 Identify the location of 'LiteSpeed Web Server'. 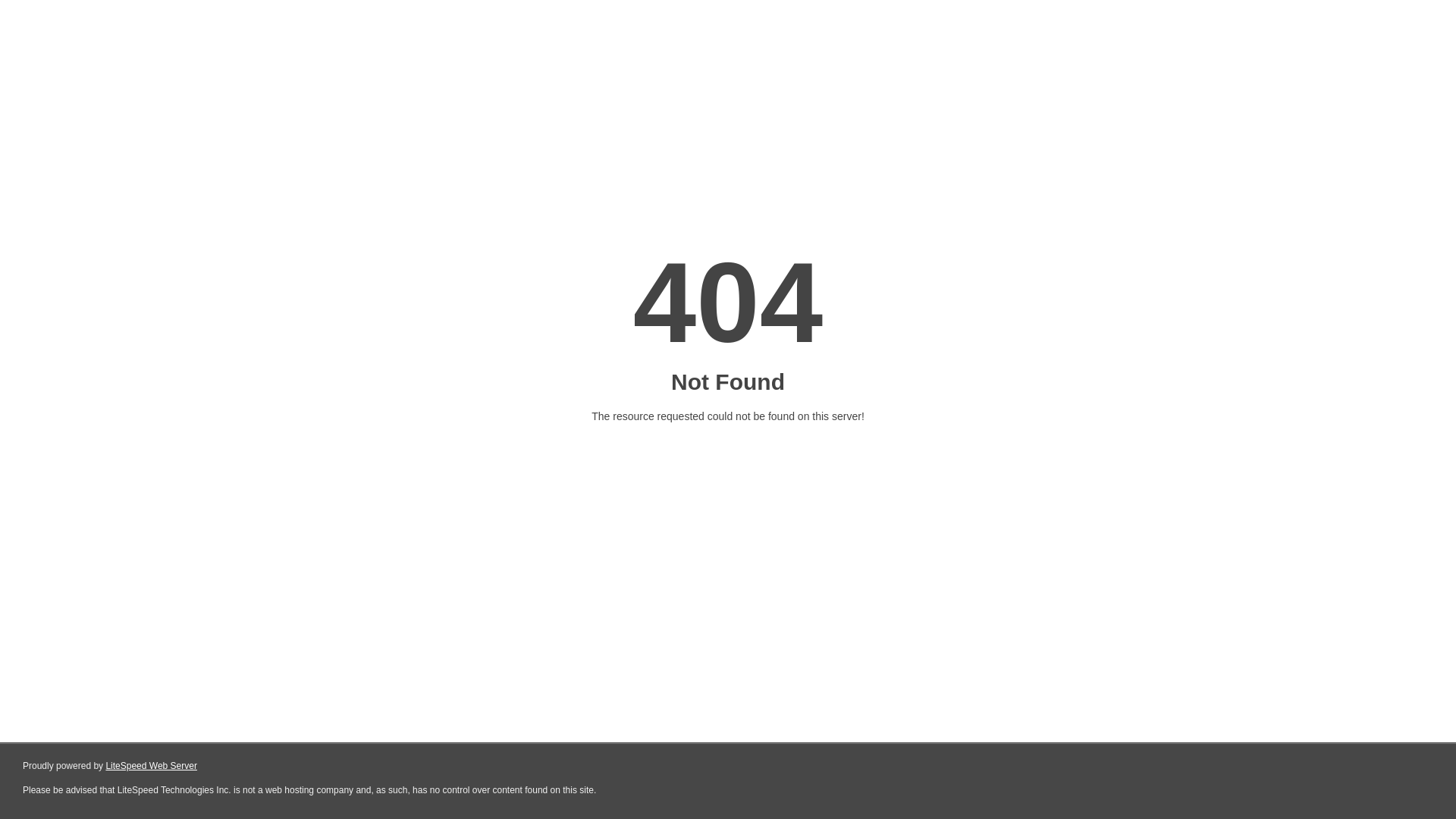
(151, 766).